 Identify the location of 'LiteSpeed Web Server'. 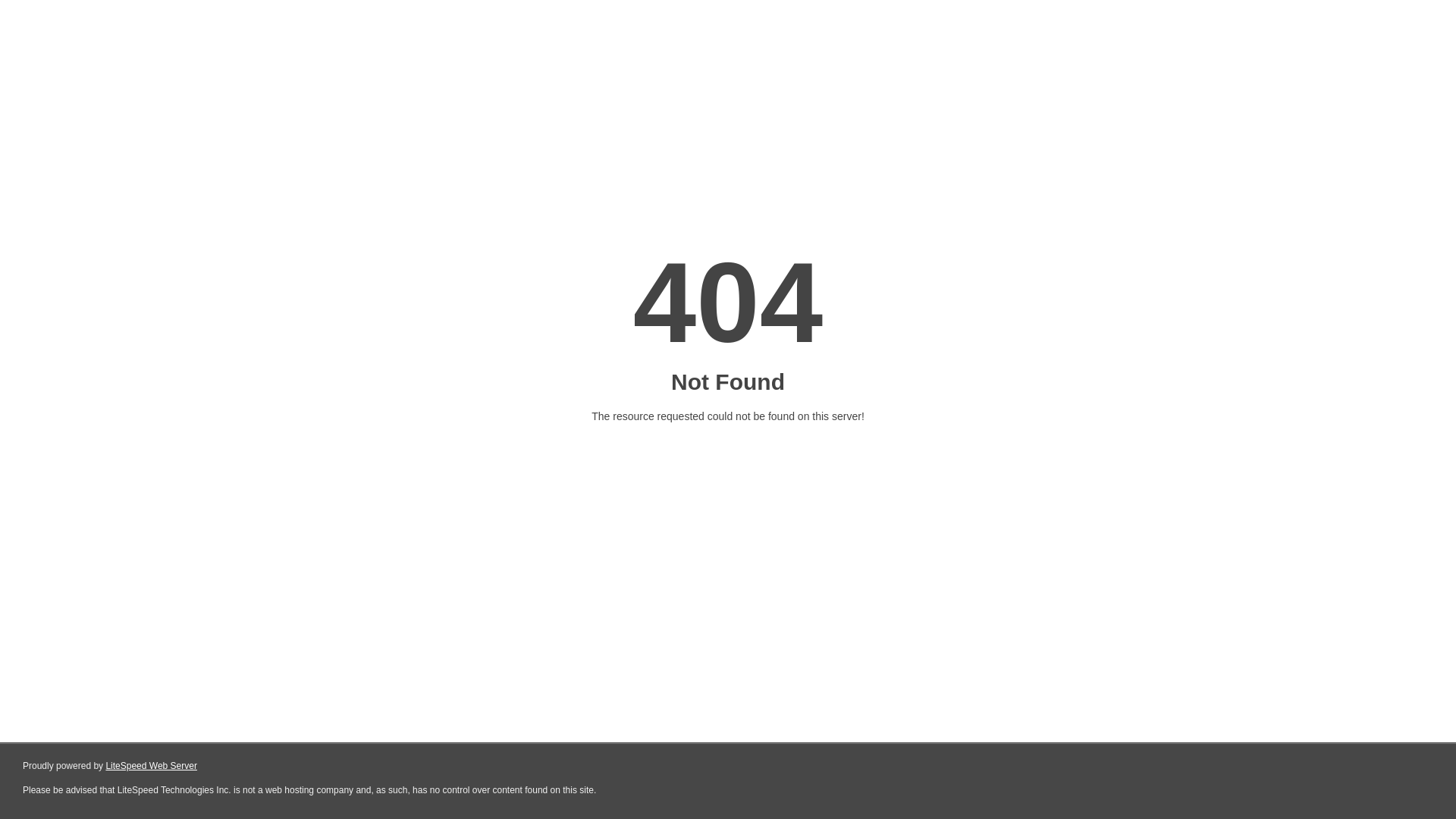
(151, 766).